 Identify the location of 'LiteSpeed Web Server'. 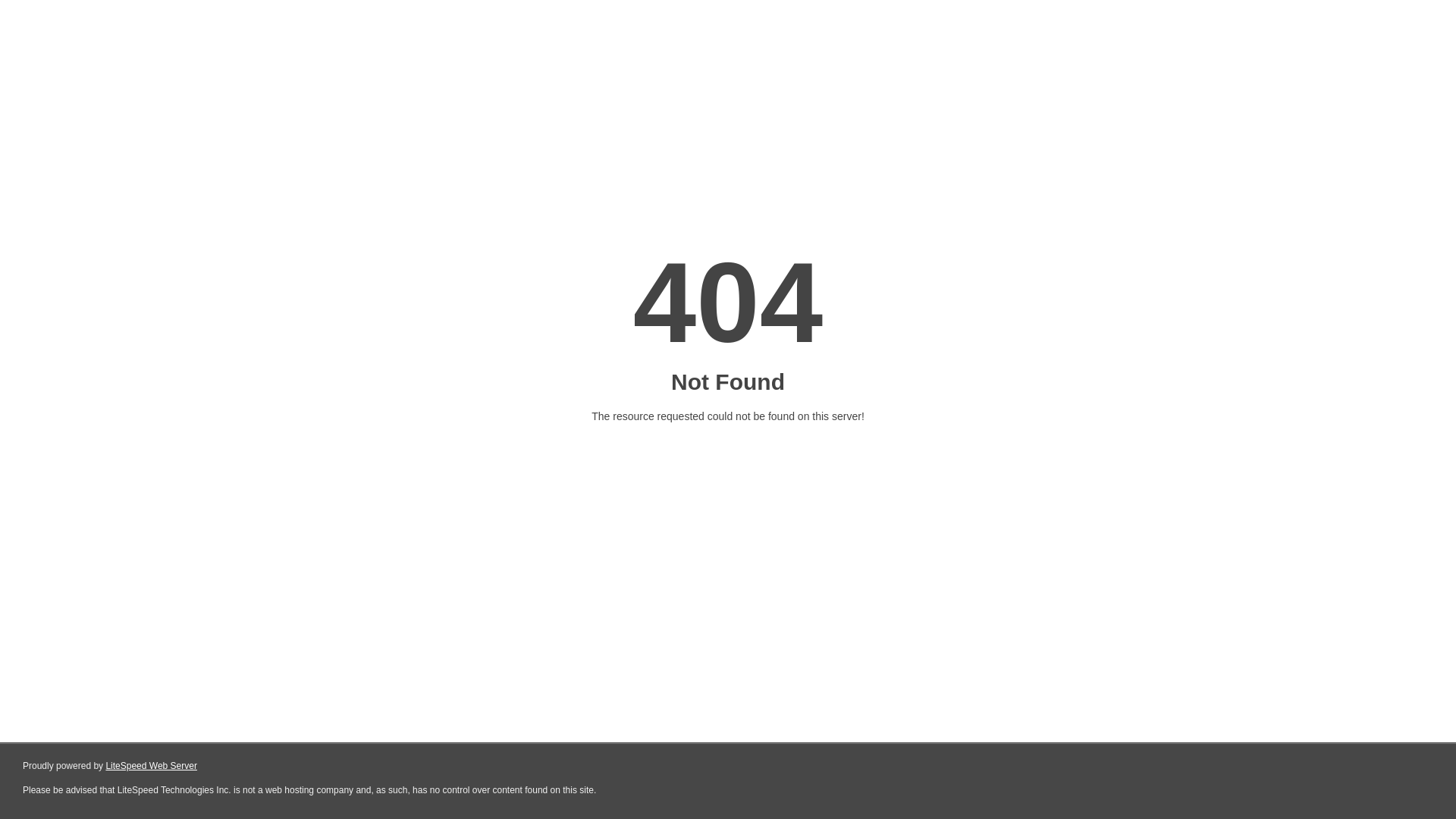
(151, 766).